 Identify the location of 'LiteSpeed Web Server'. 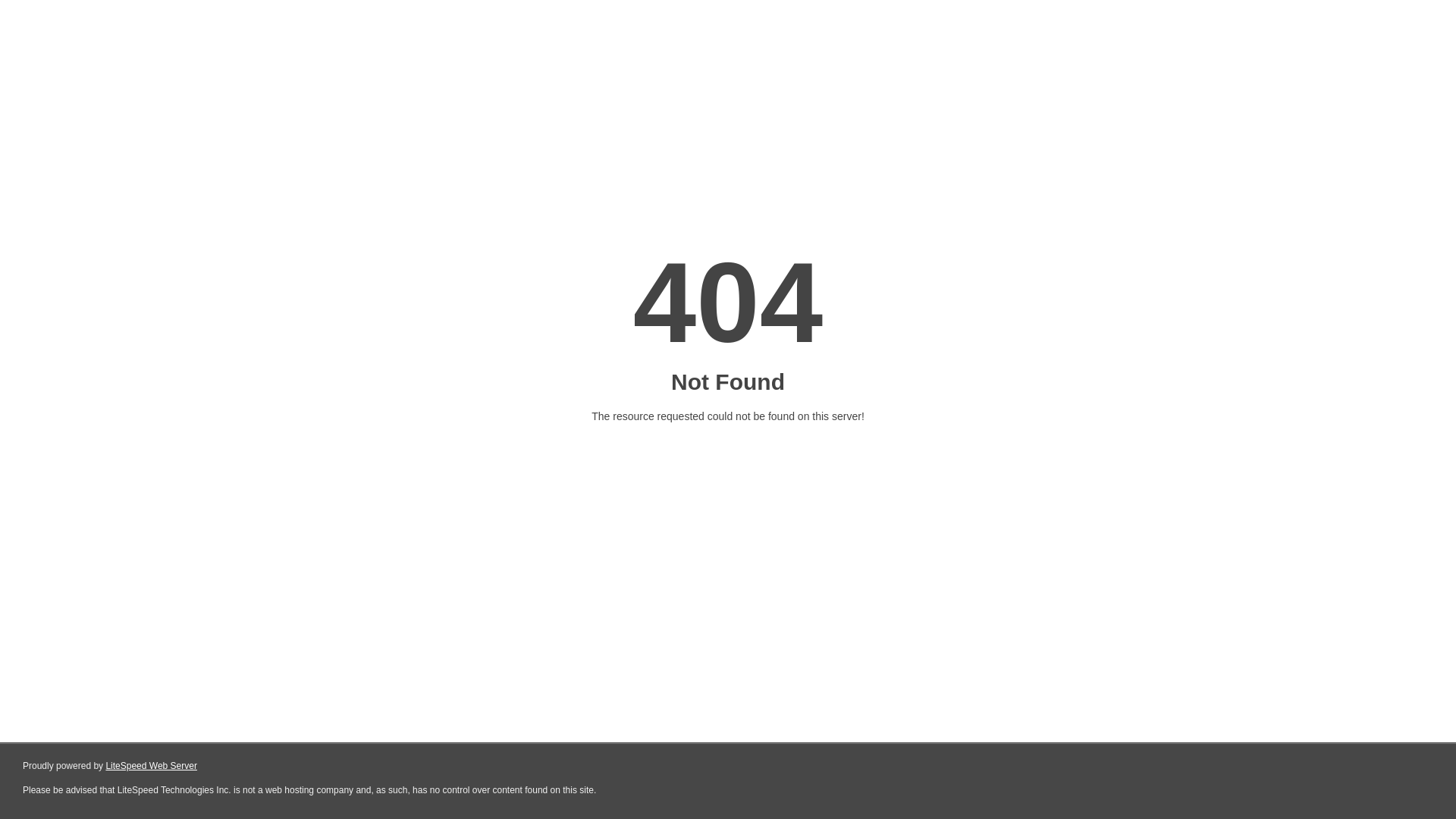
(151, 766).